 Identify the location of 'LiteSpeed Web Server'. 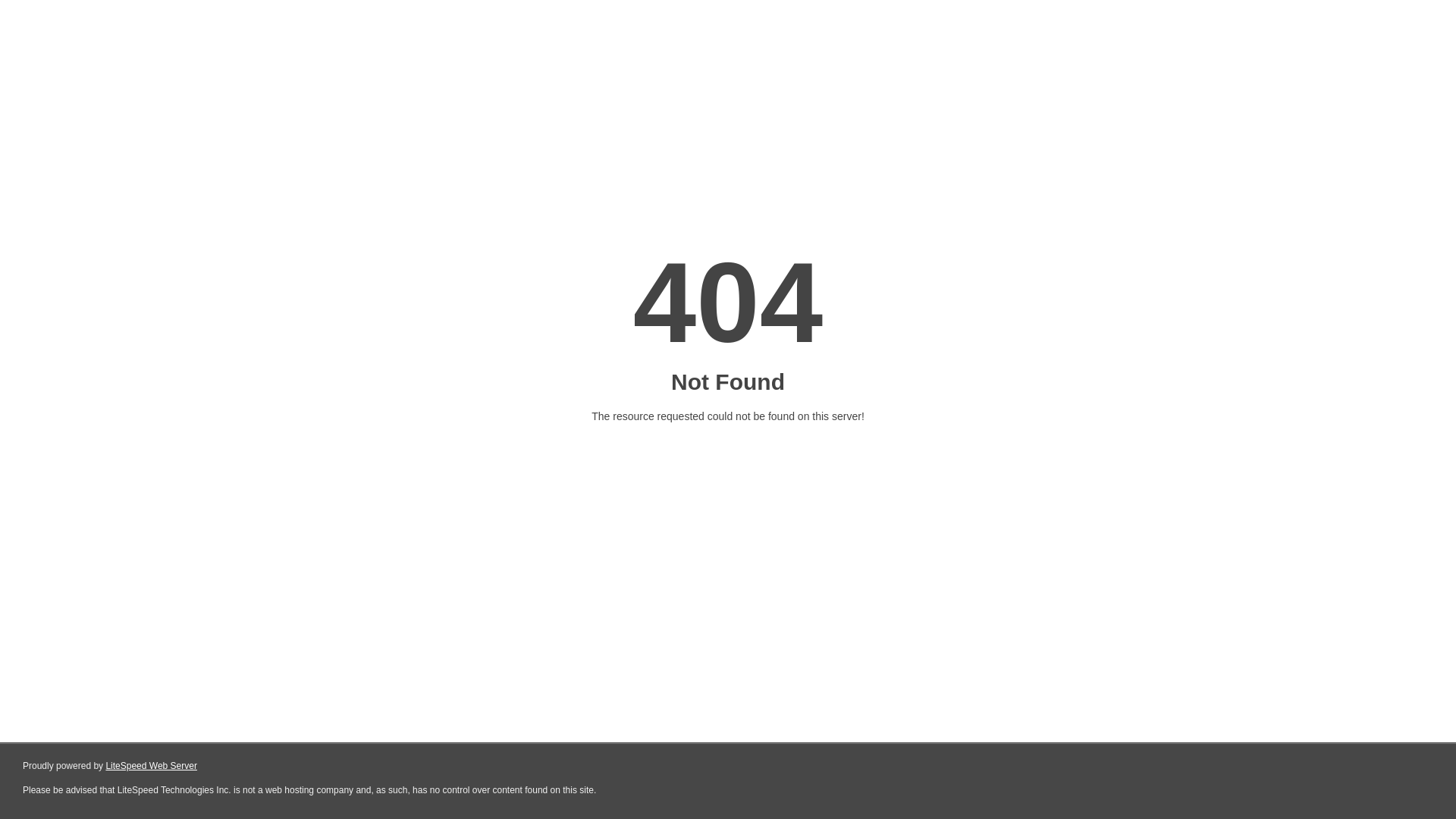
(151, 766).